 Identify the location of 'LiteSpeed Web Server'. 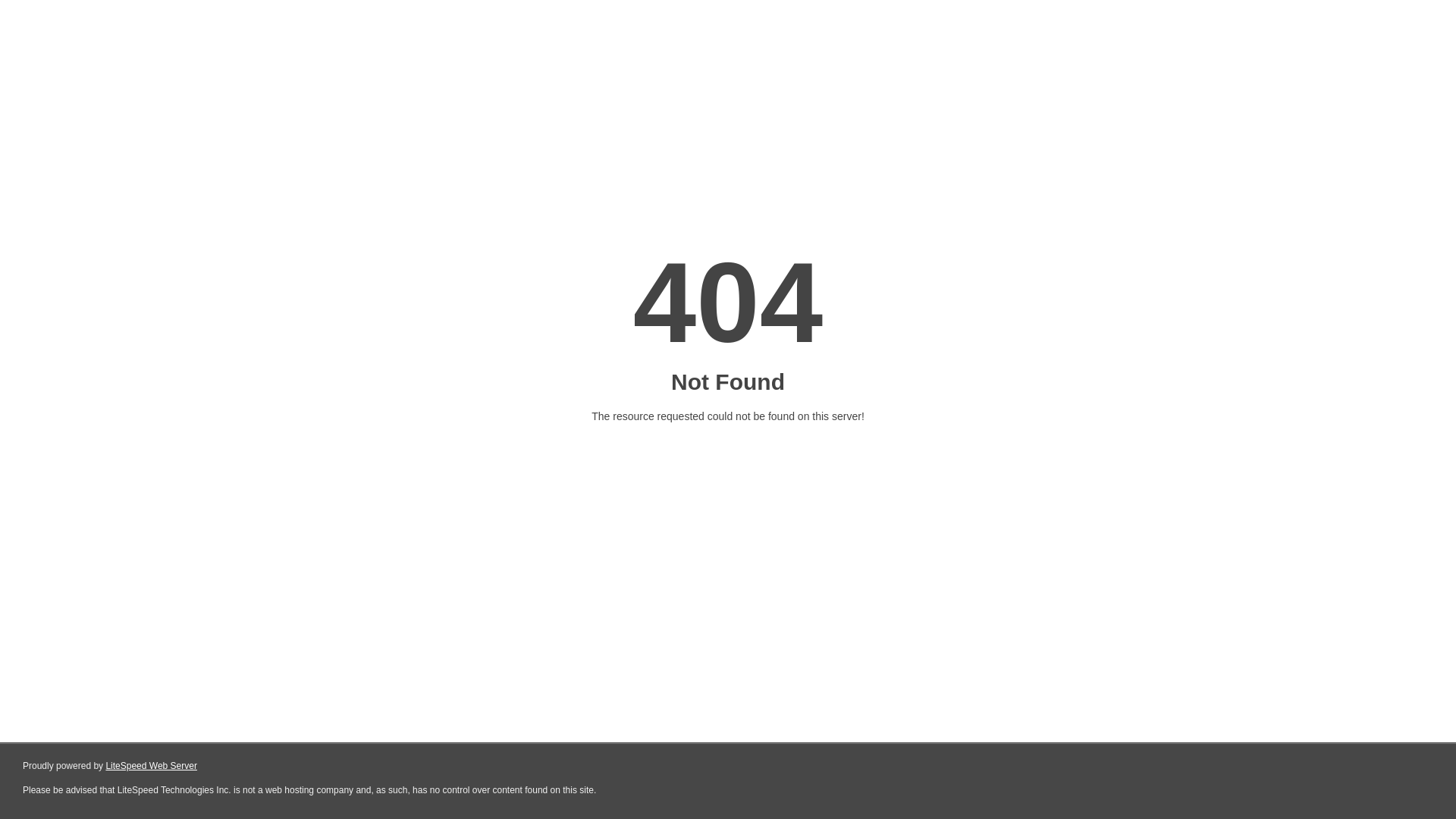
(151, 766).